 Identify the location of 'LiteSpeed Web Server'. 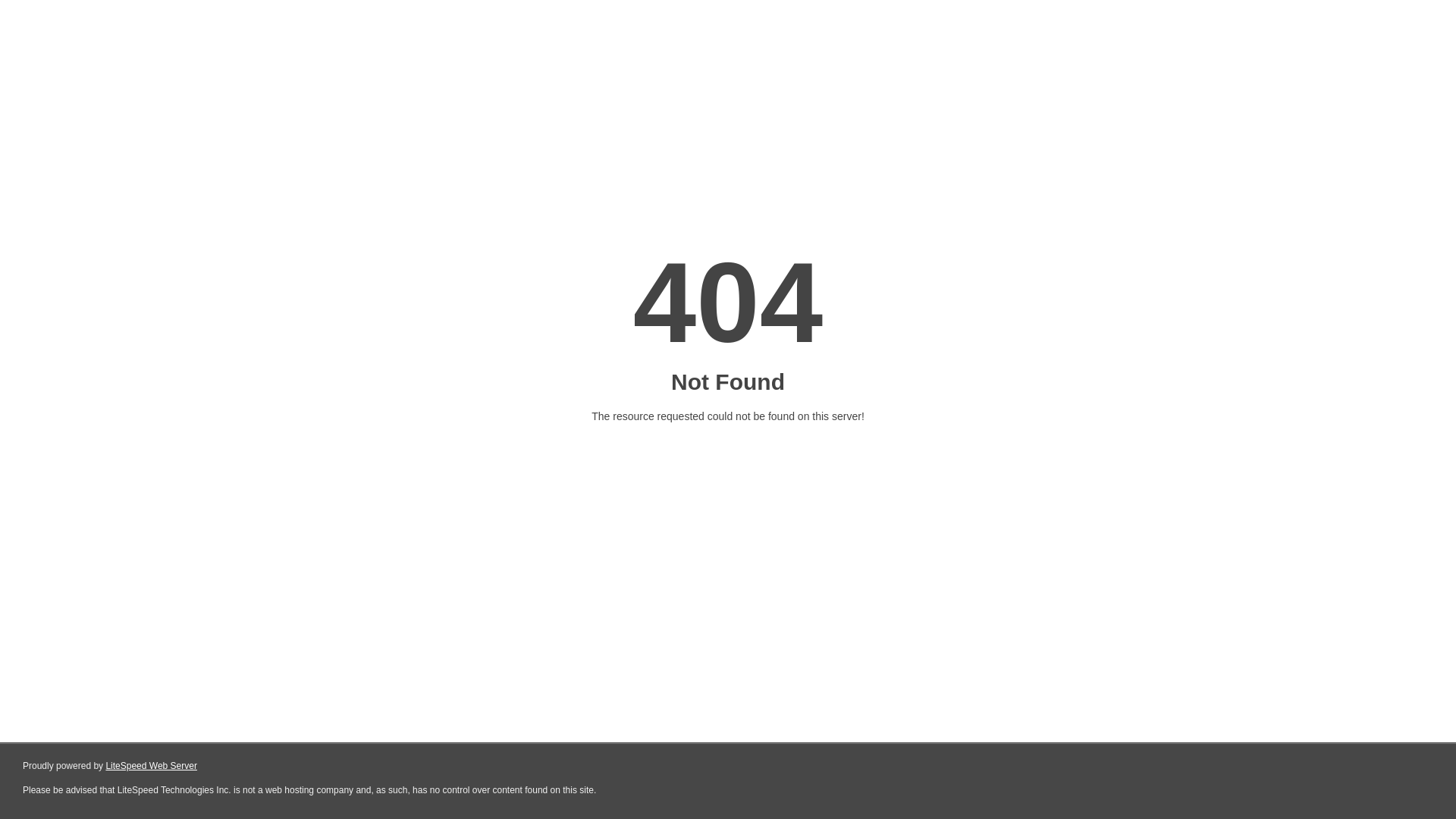
(151, 766).